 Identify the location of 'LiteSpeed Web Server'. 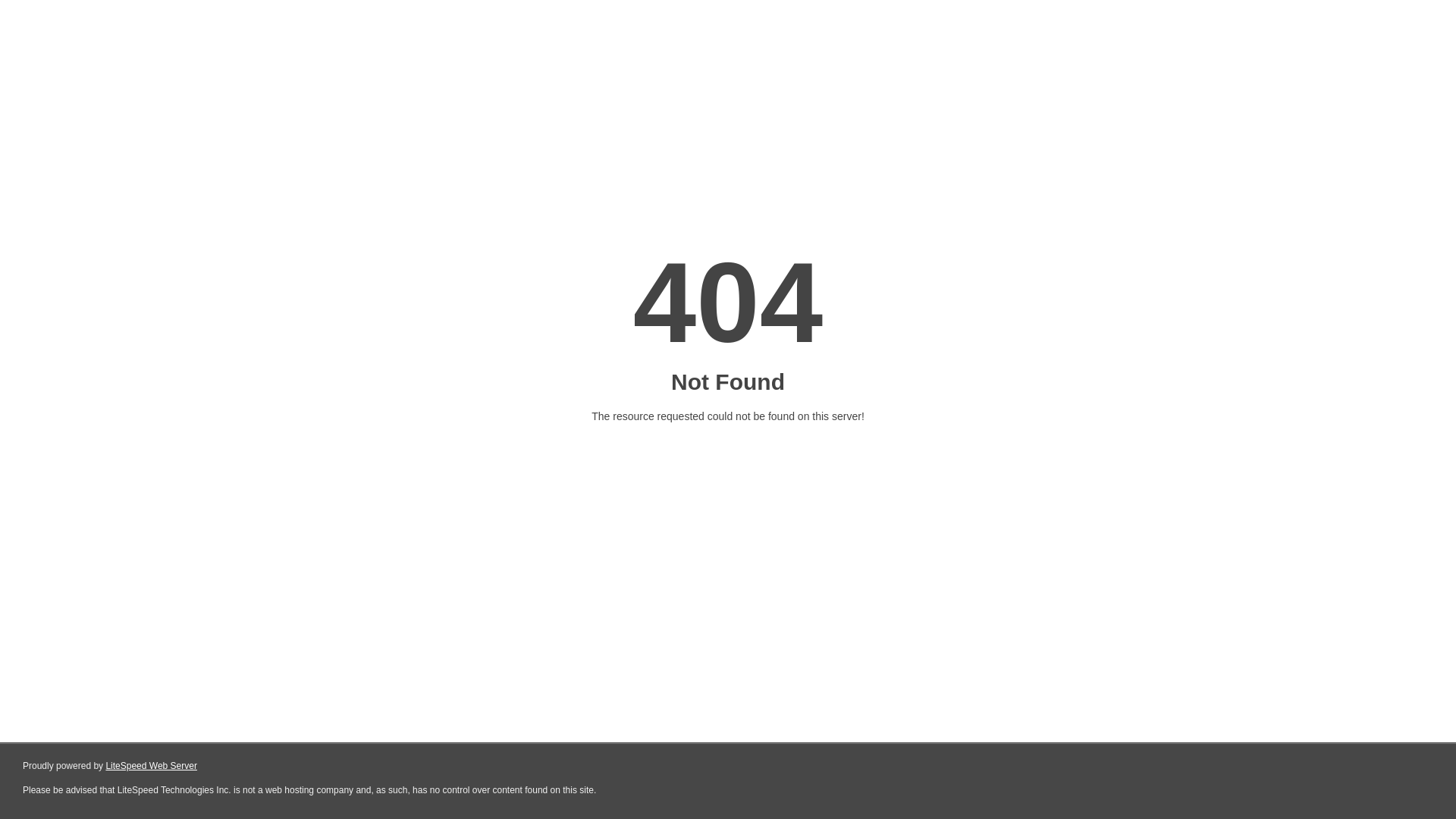
(151, 766).